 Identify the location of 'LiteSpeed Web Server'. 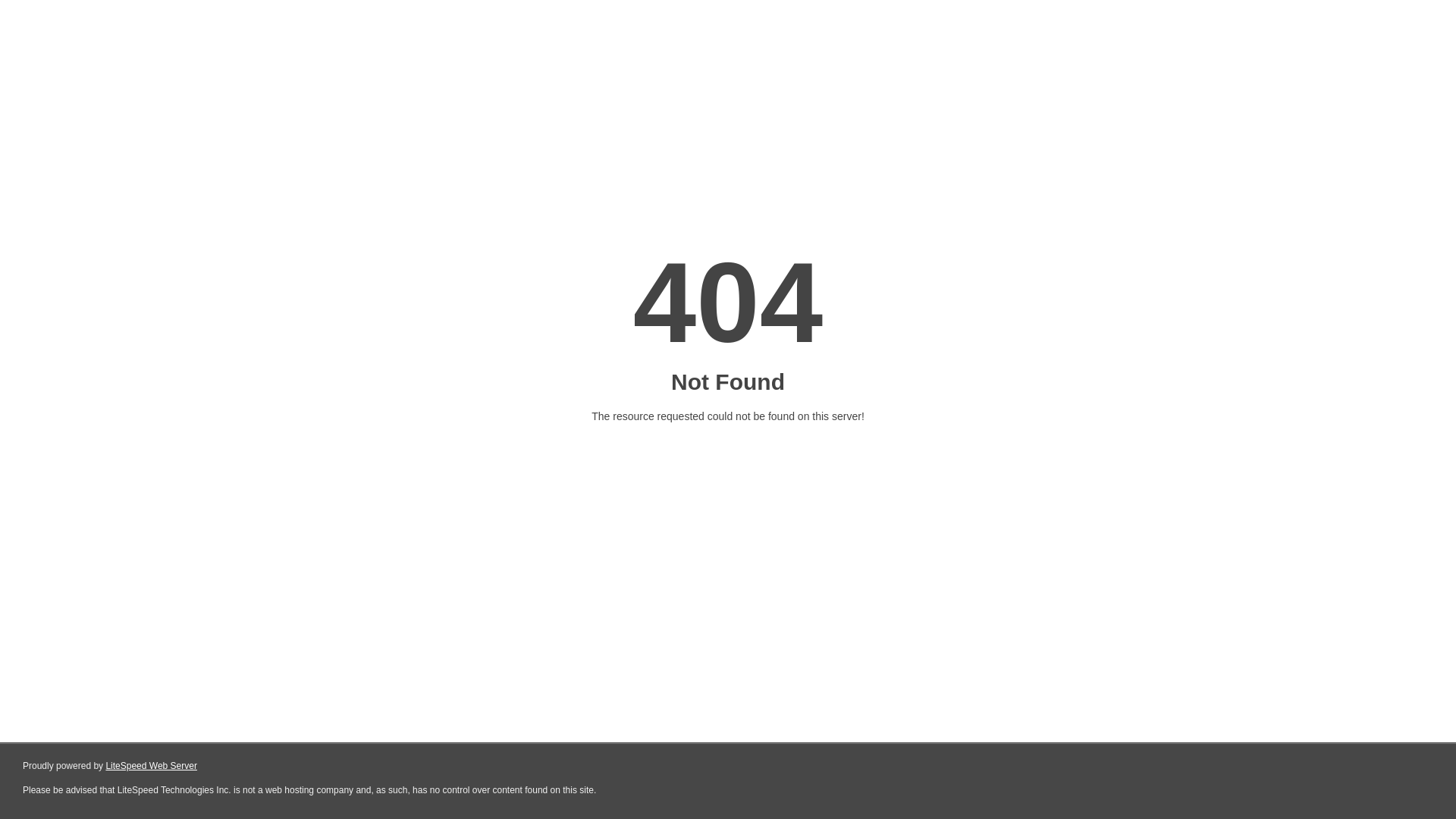
(151, 766).